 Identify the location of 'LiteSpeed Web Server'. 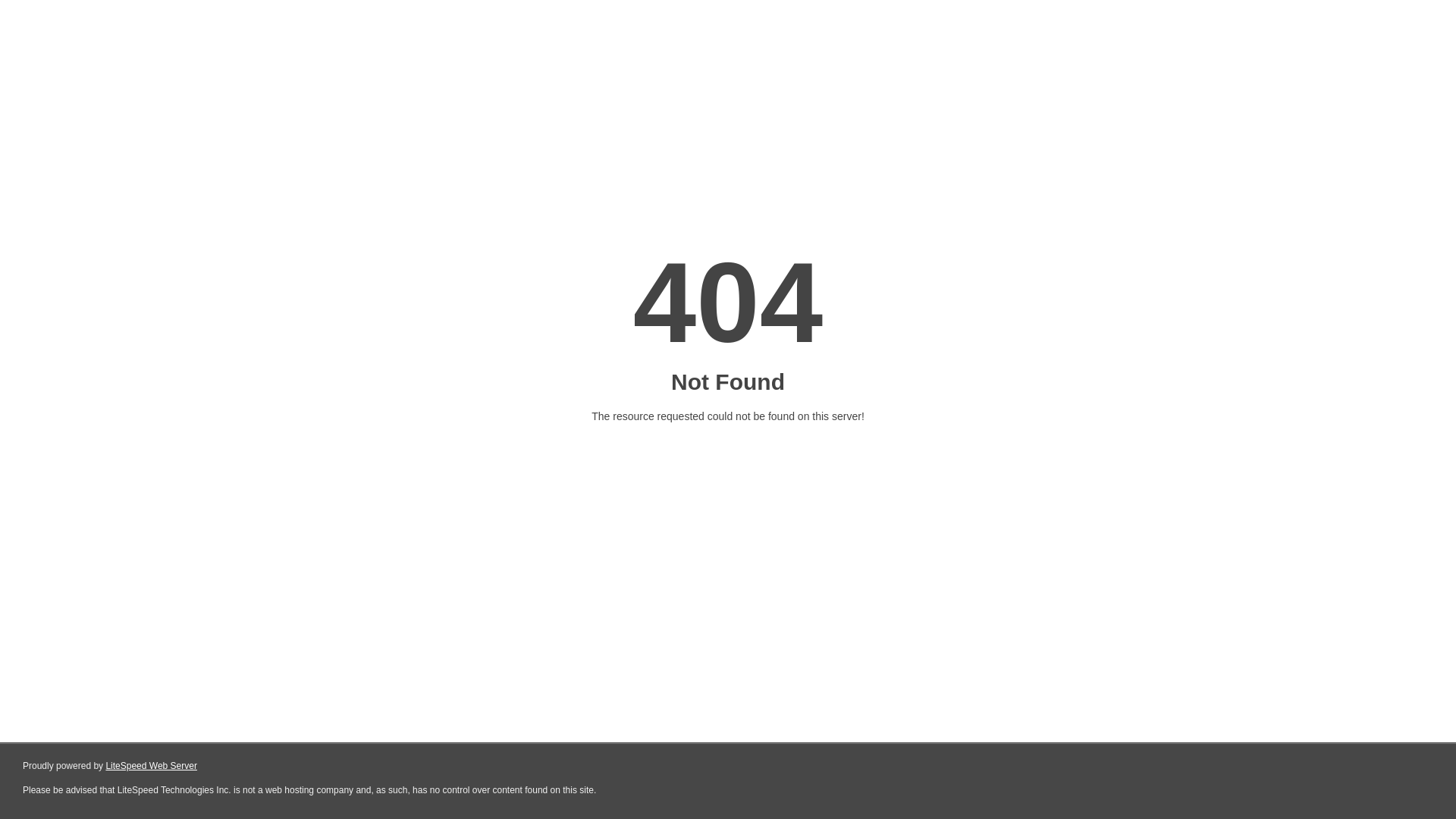
(151, 766).